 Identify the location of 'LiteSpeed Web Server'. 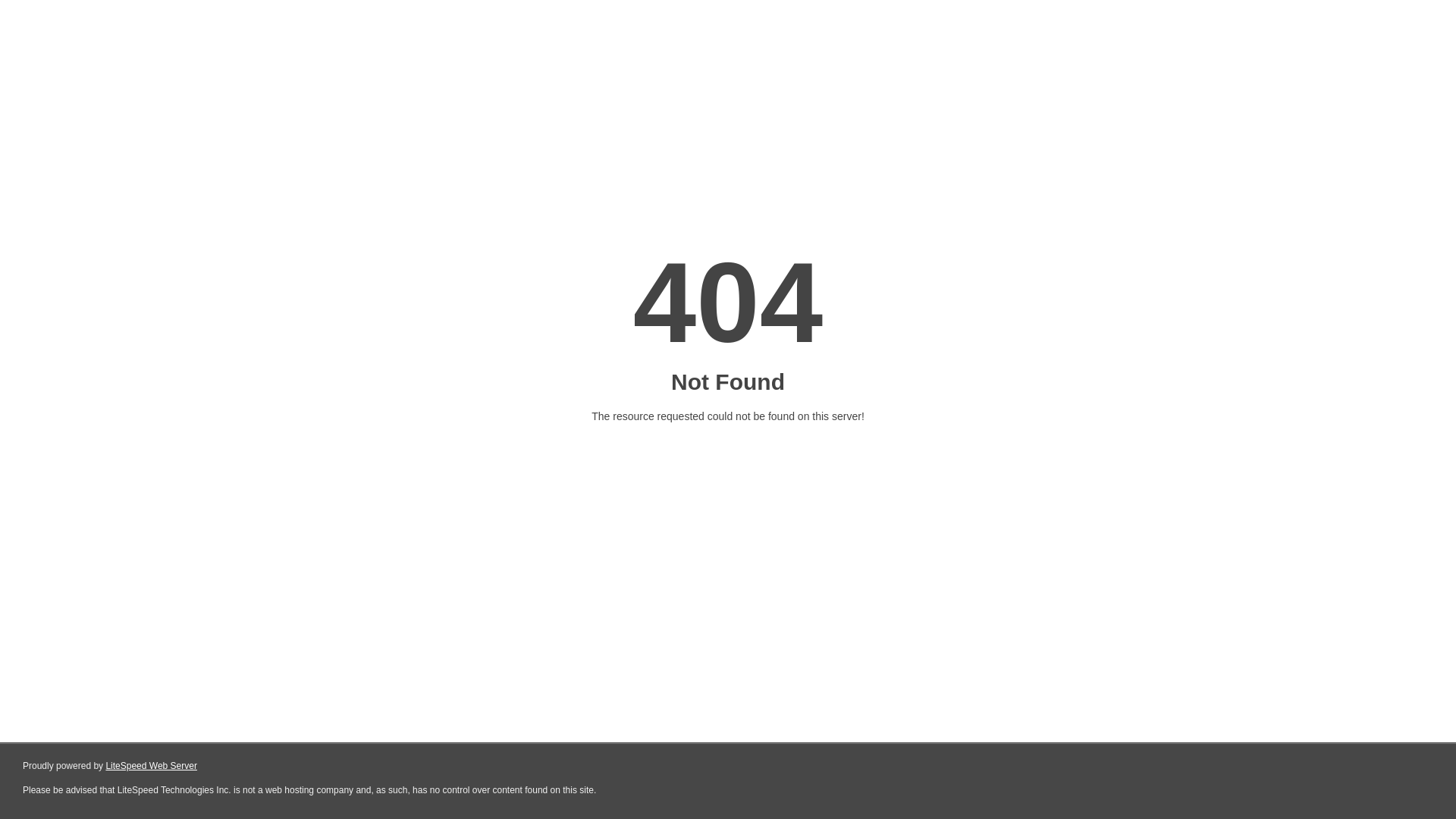
(151, 766).